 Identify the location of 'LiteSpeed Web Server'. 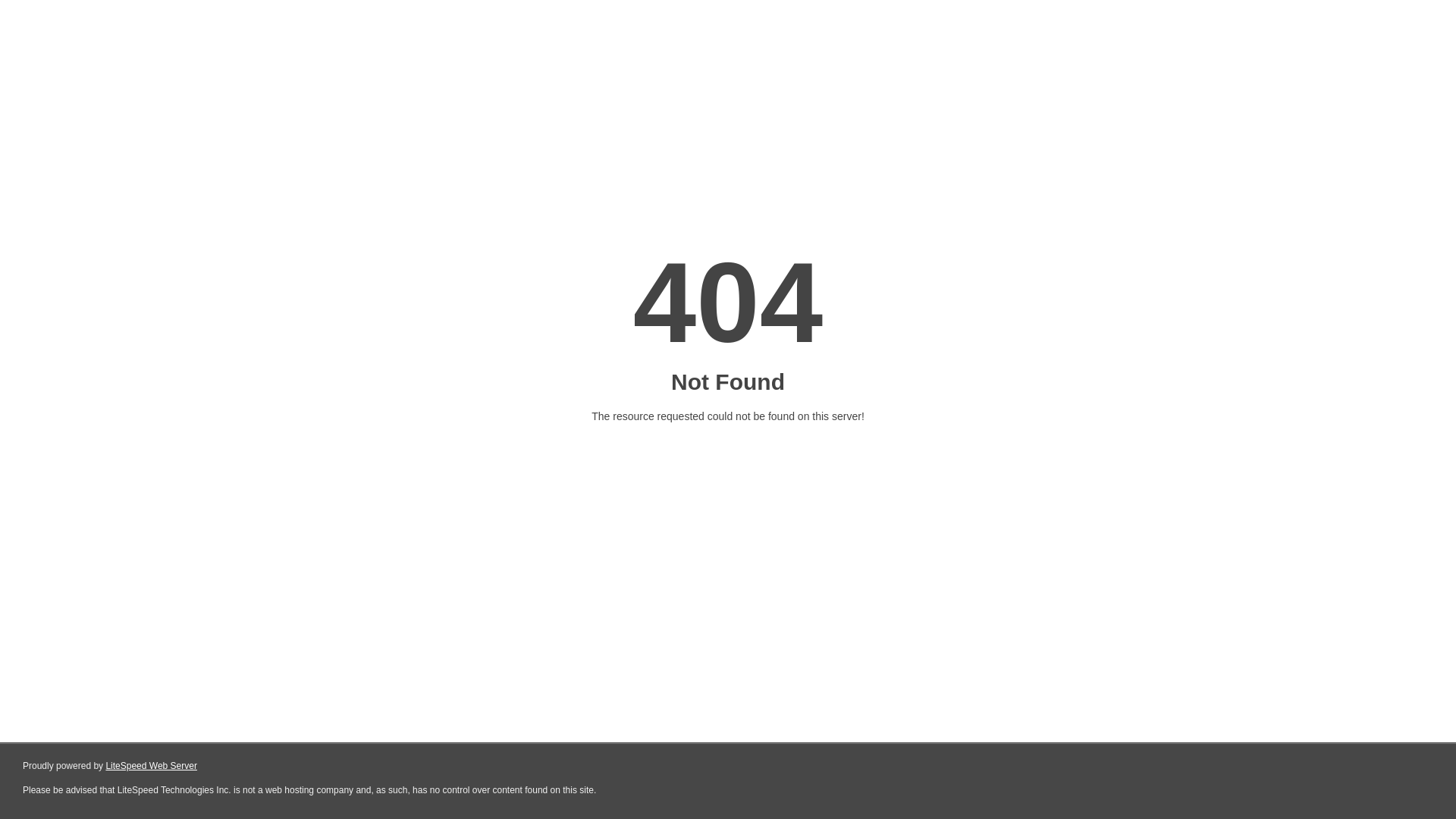
(151, 766).